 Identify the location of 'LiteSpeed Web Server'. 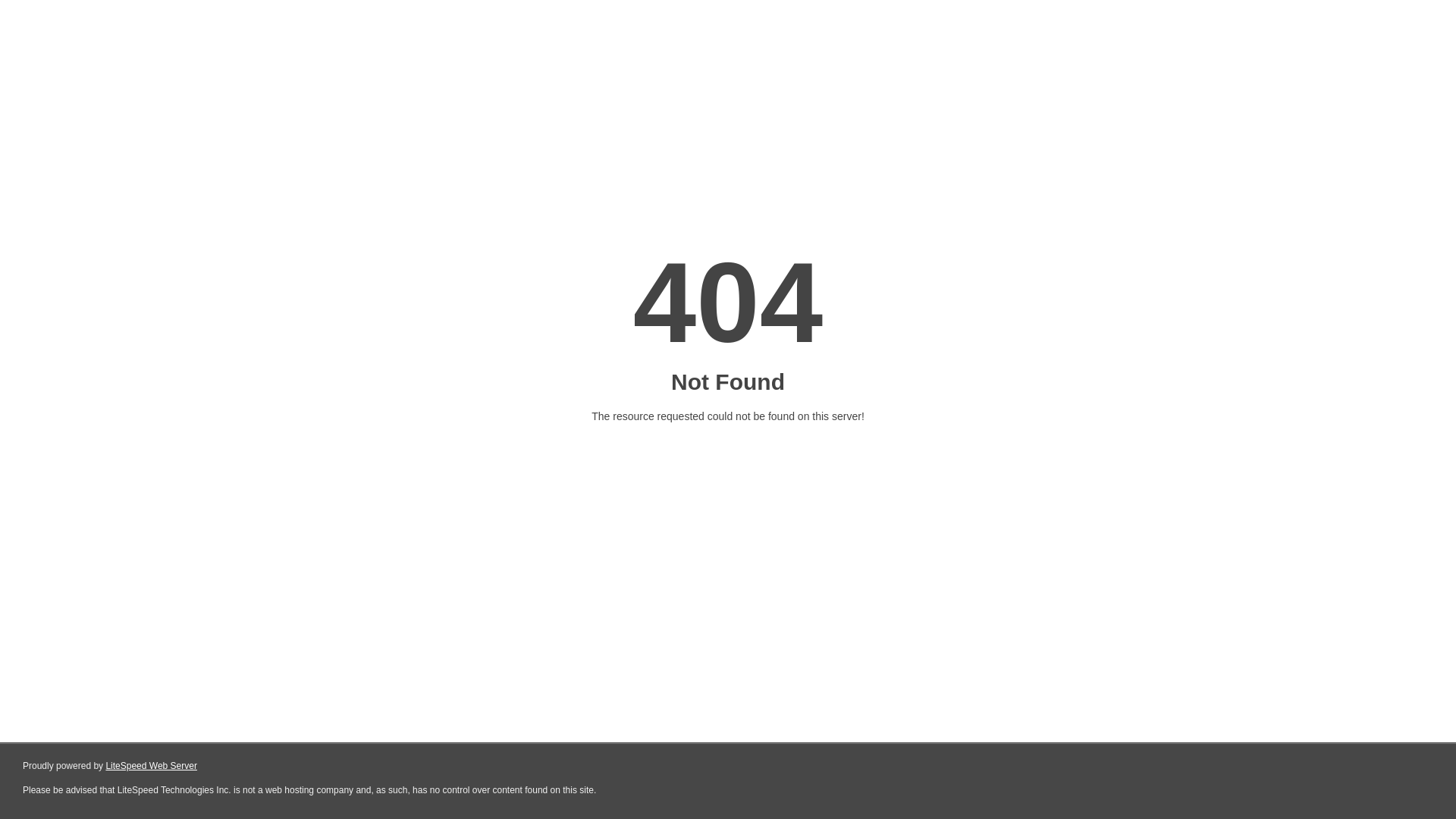
(151, 766).